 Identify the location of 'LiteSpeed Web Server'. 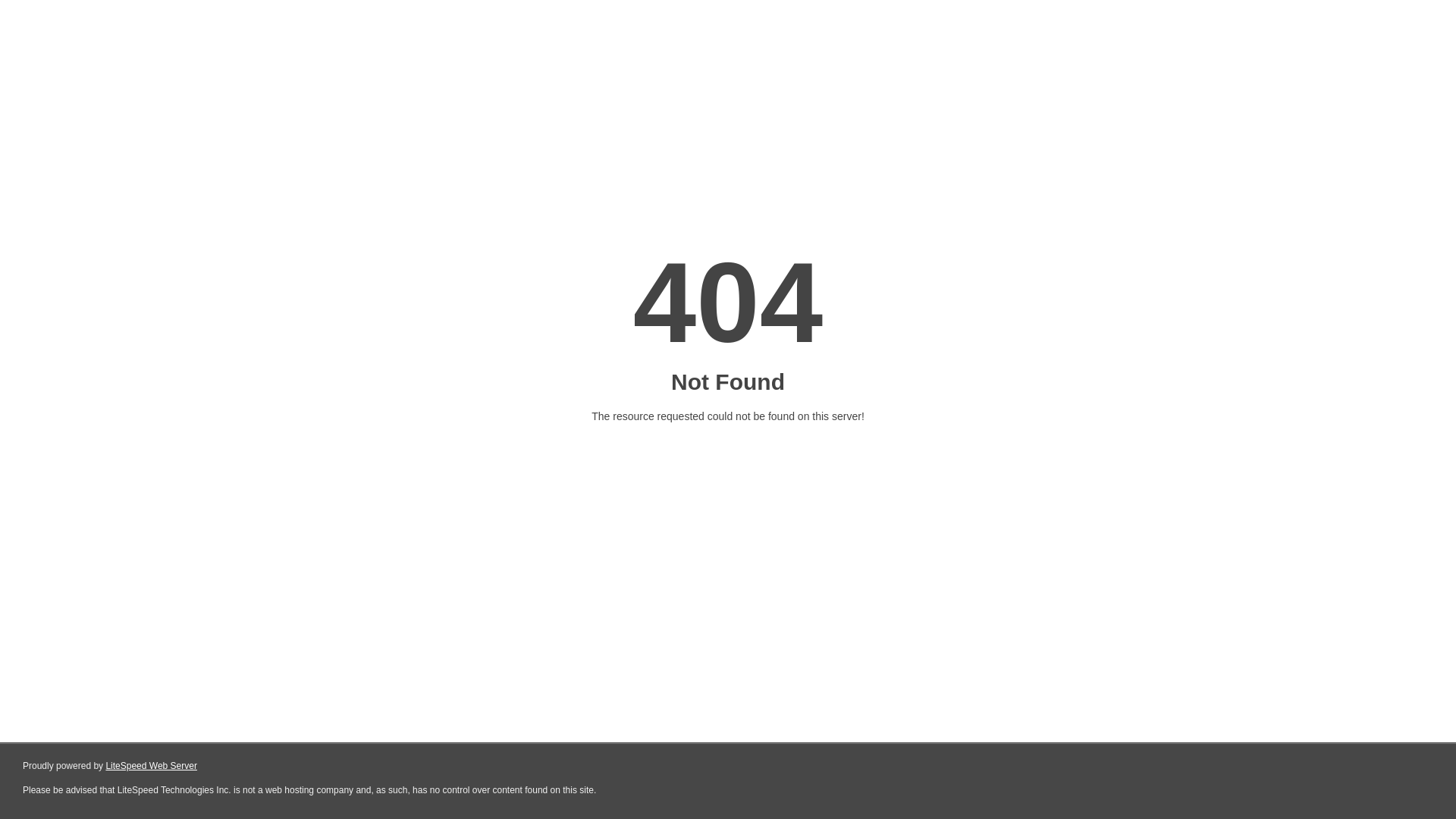
(151, 766).